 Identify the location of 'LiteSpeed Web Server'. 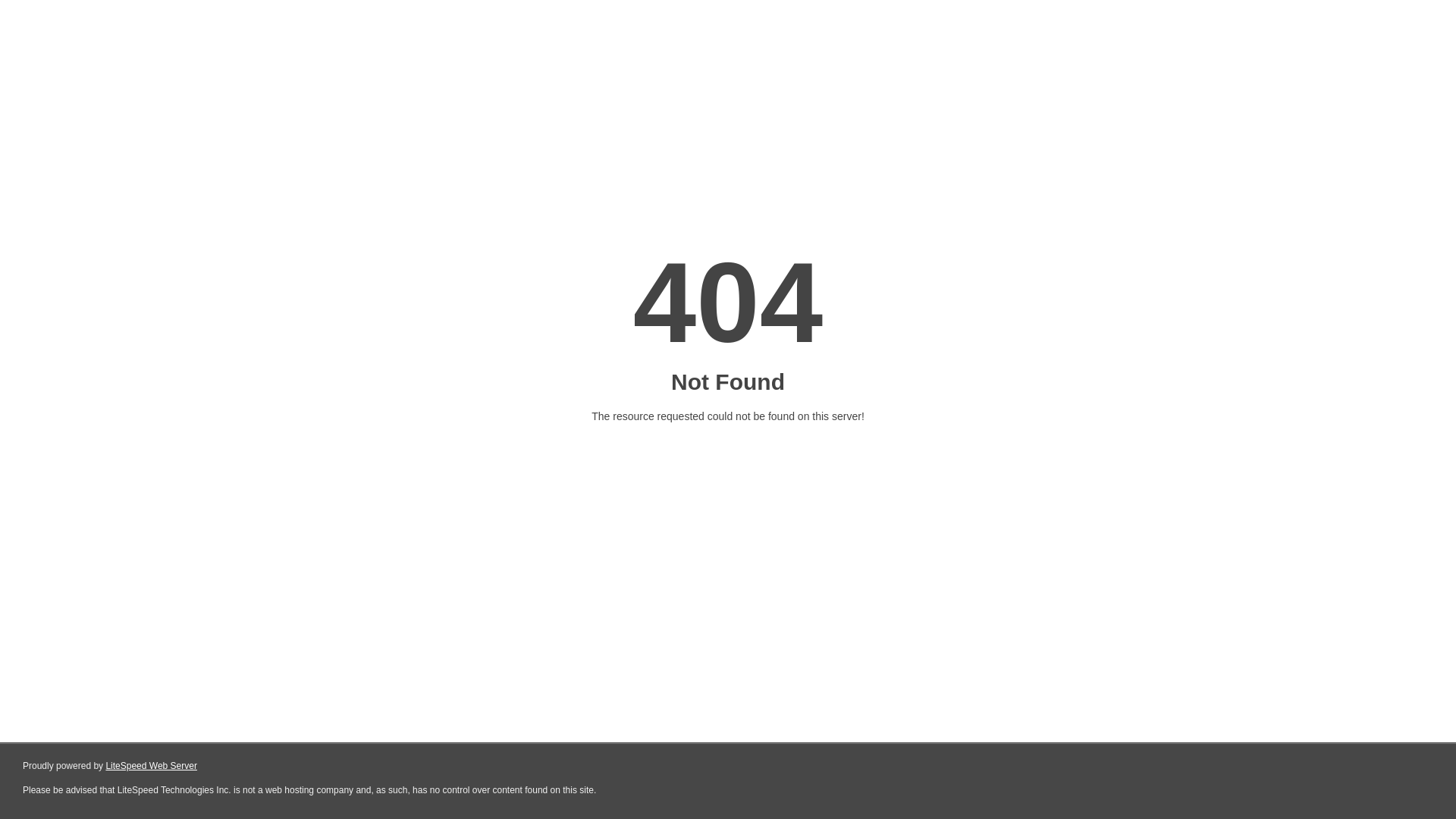
(151, 766).